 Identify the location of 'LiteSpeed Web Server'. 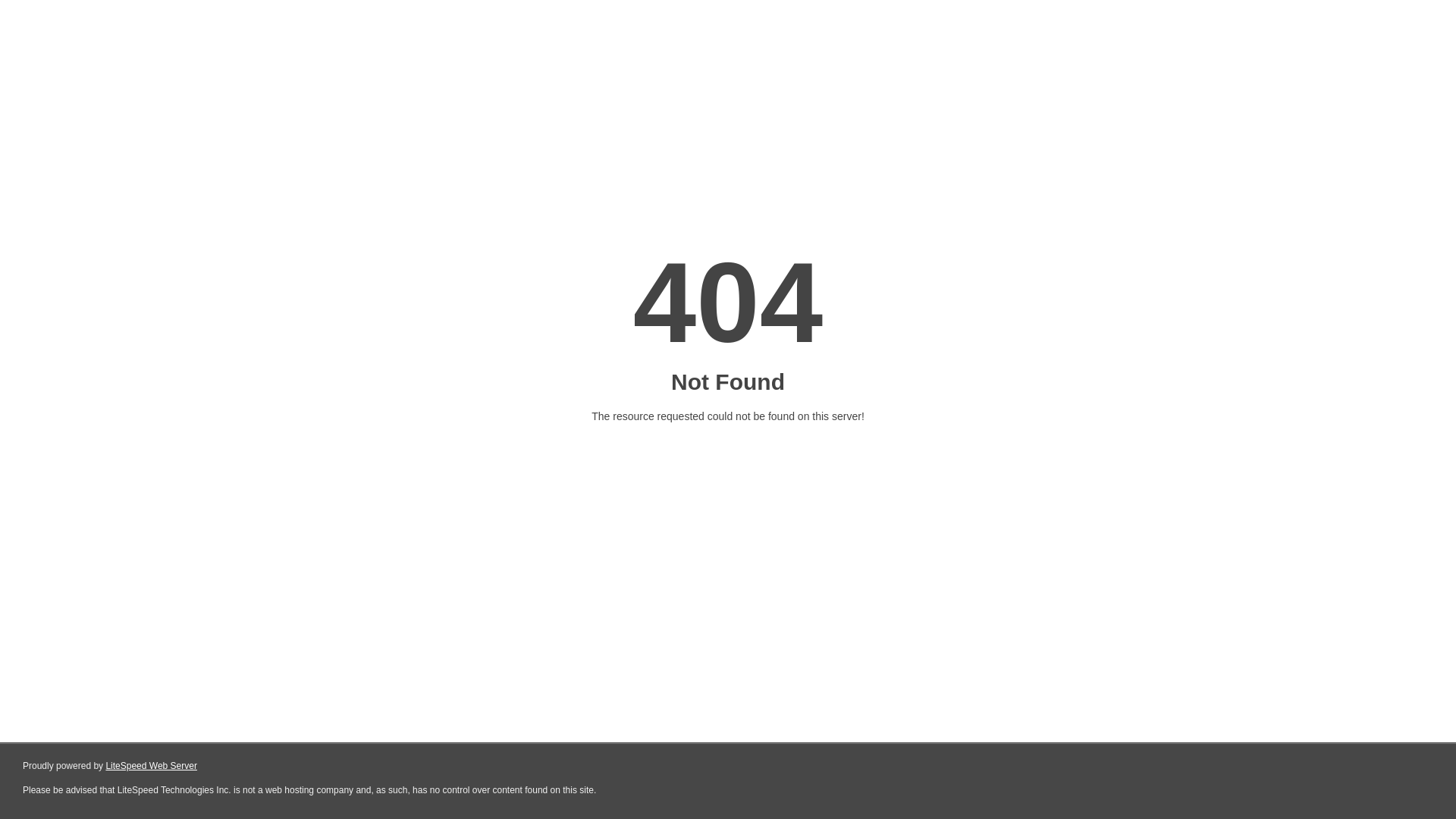
(151, 766).